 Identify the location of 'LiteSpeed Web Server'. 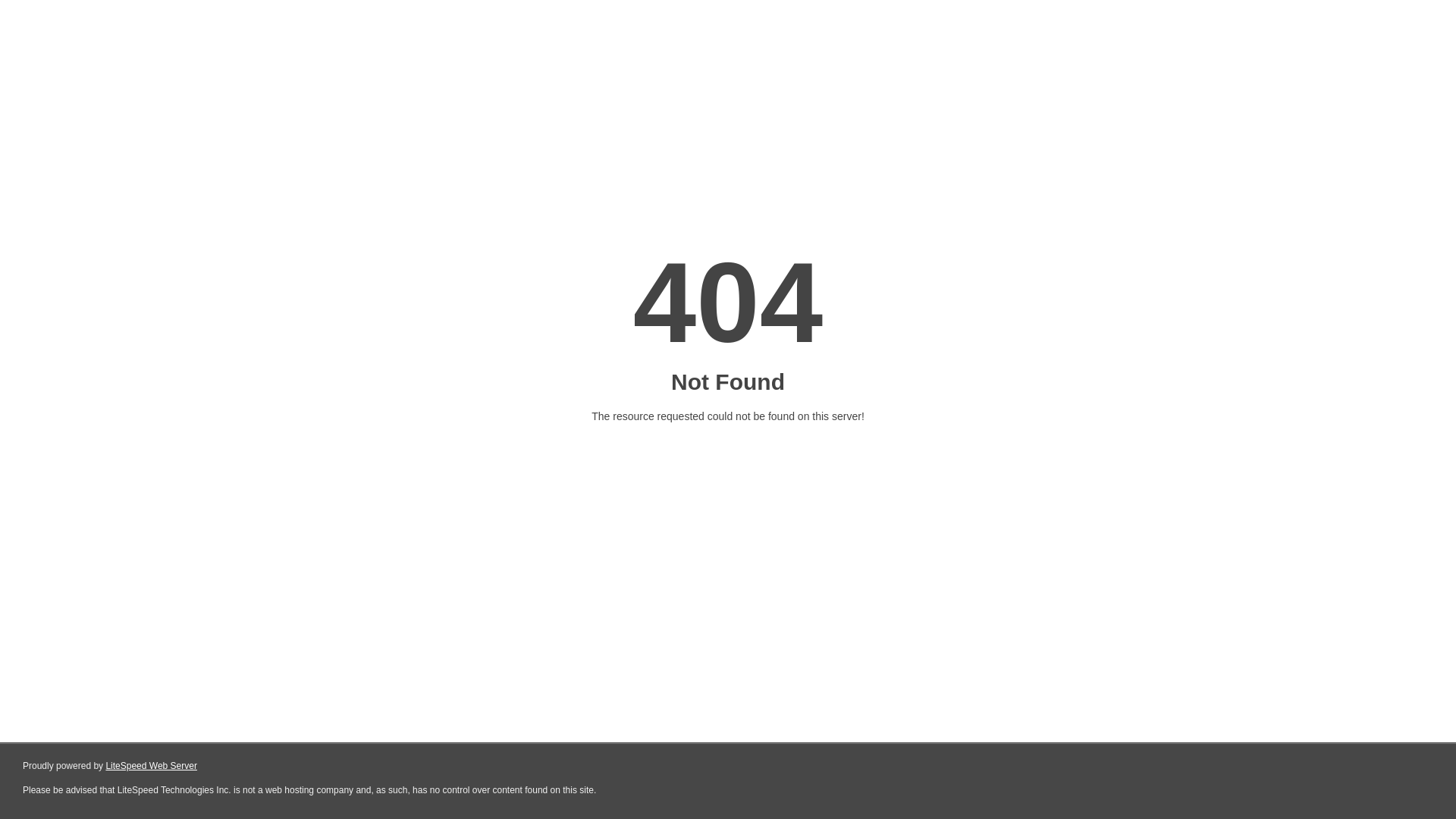
(151, 766).